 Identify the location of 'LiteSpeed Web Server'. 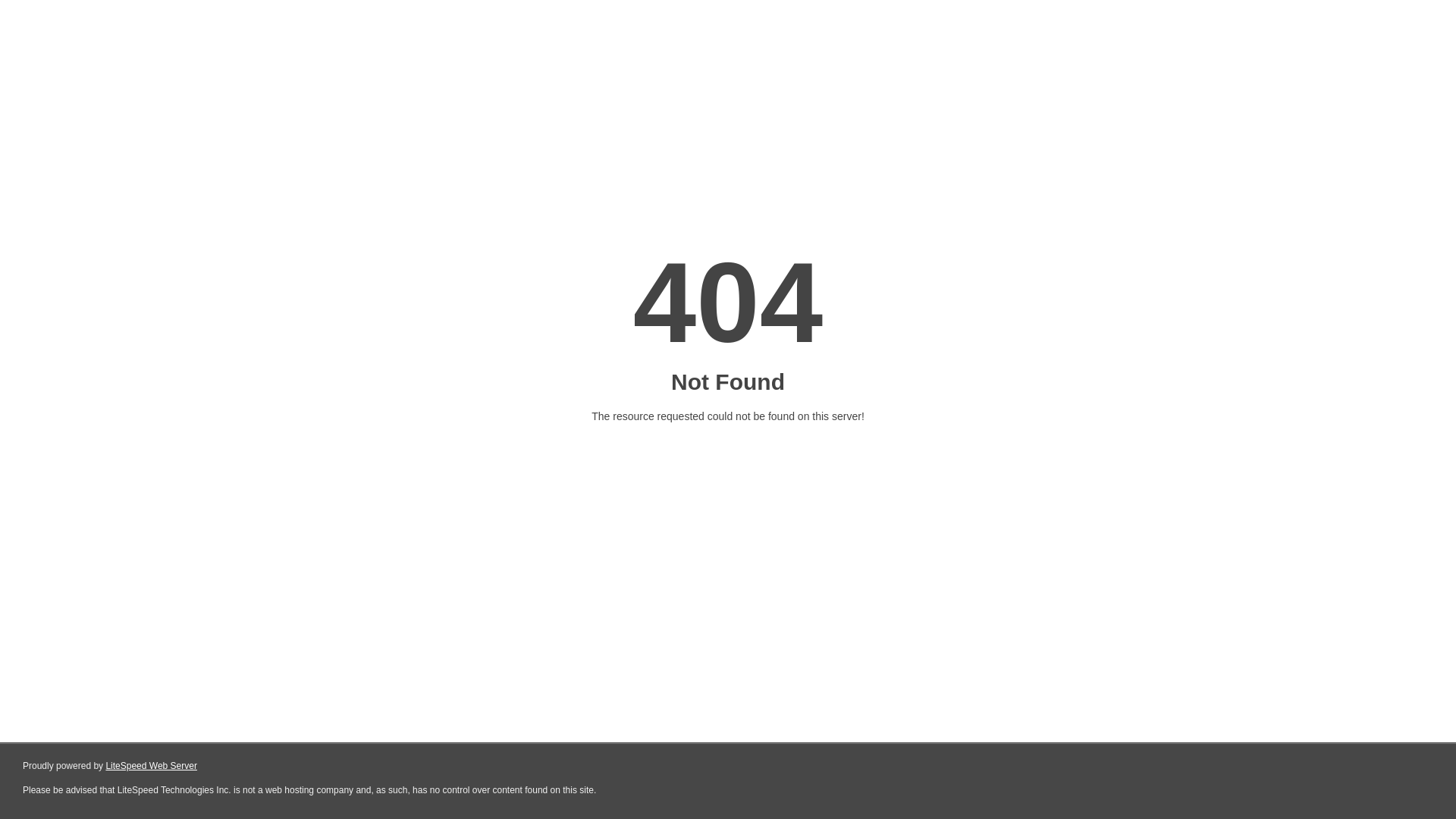
(151, 766).